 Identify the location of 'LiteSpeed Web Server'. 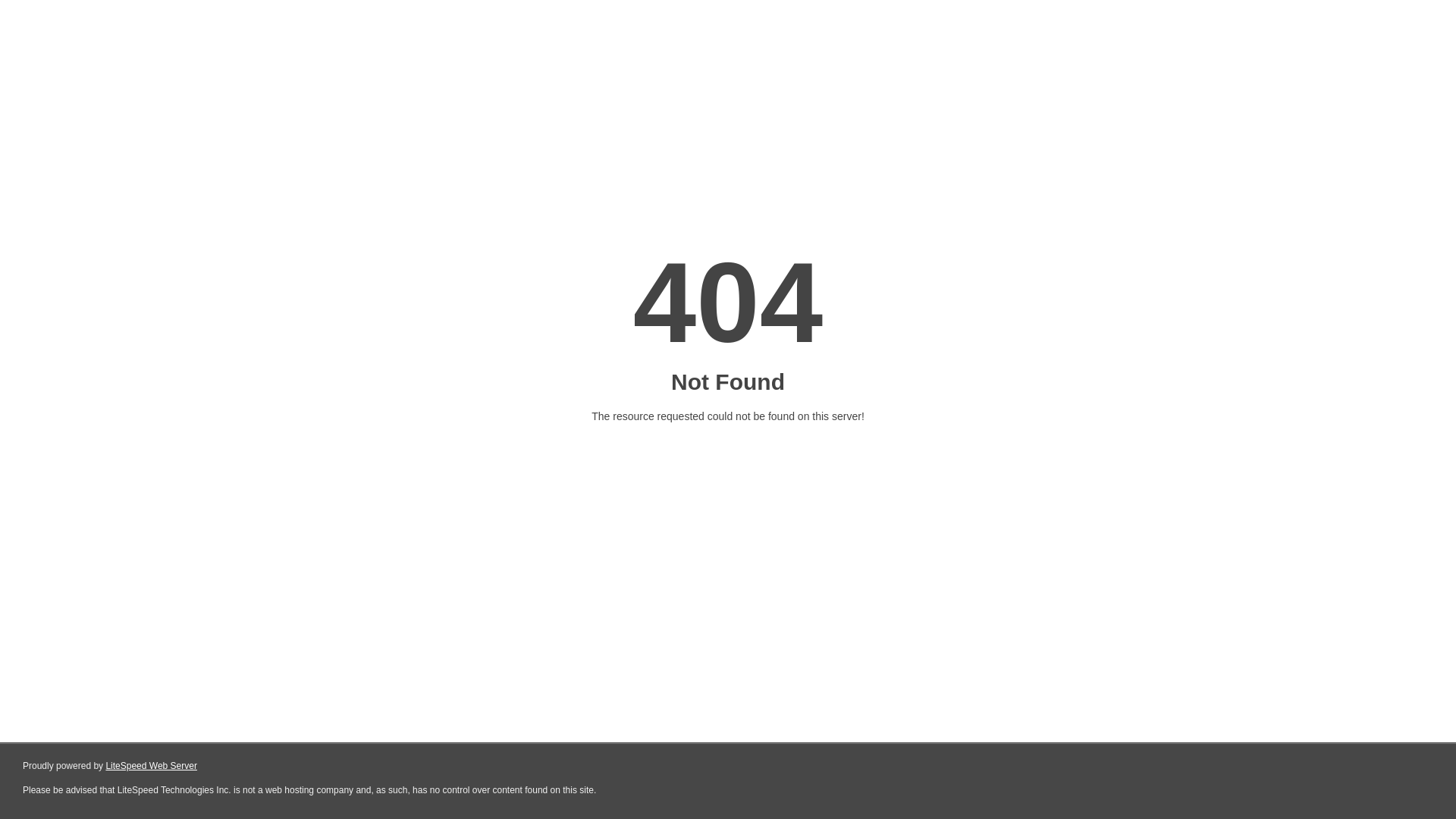
(151, 766).